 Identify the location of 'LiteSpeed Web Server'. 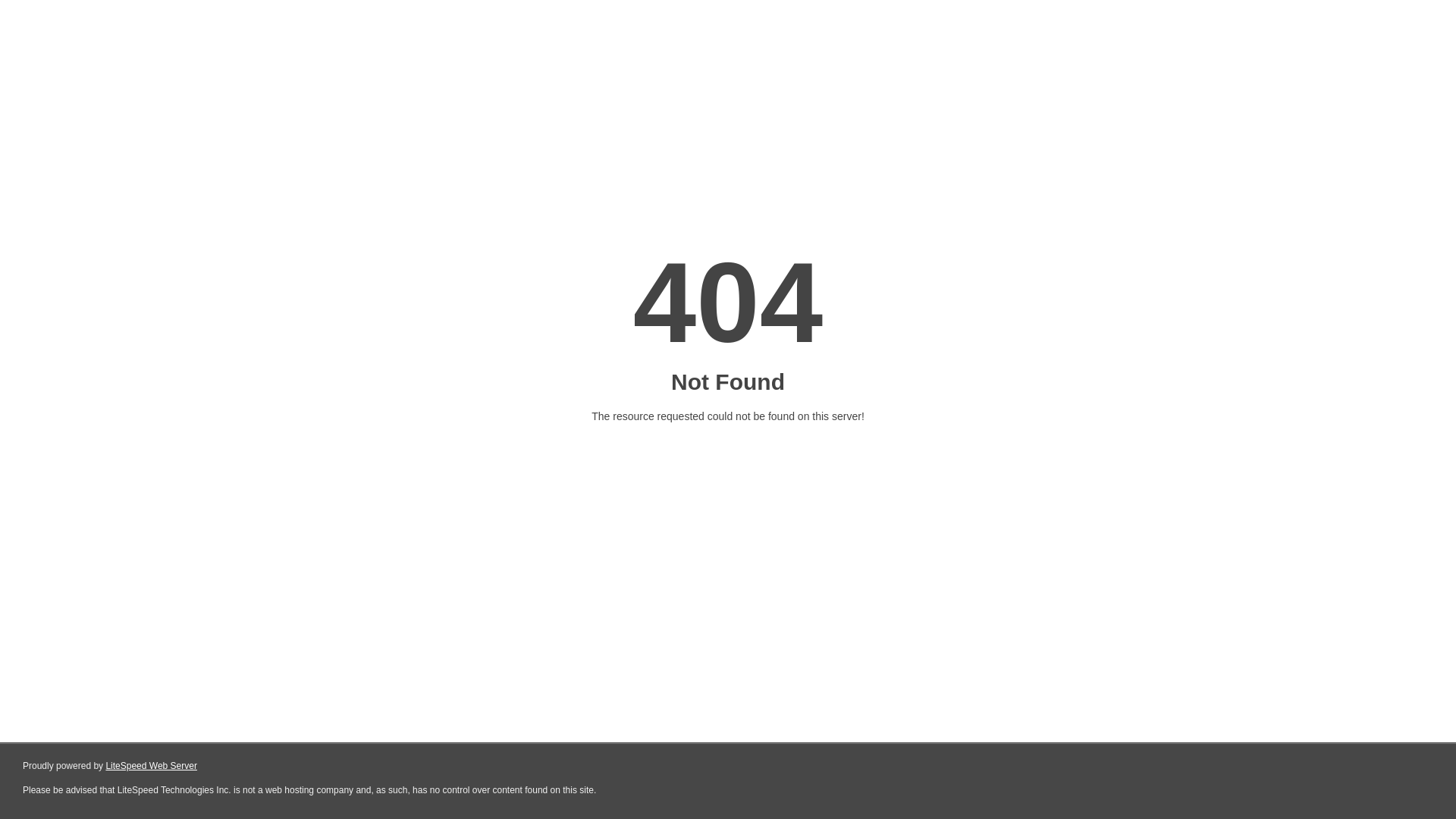
(151, 766).